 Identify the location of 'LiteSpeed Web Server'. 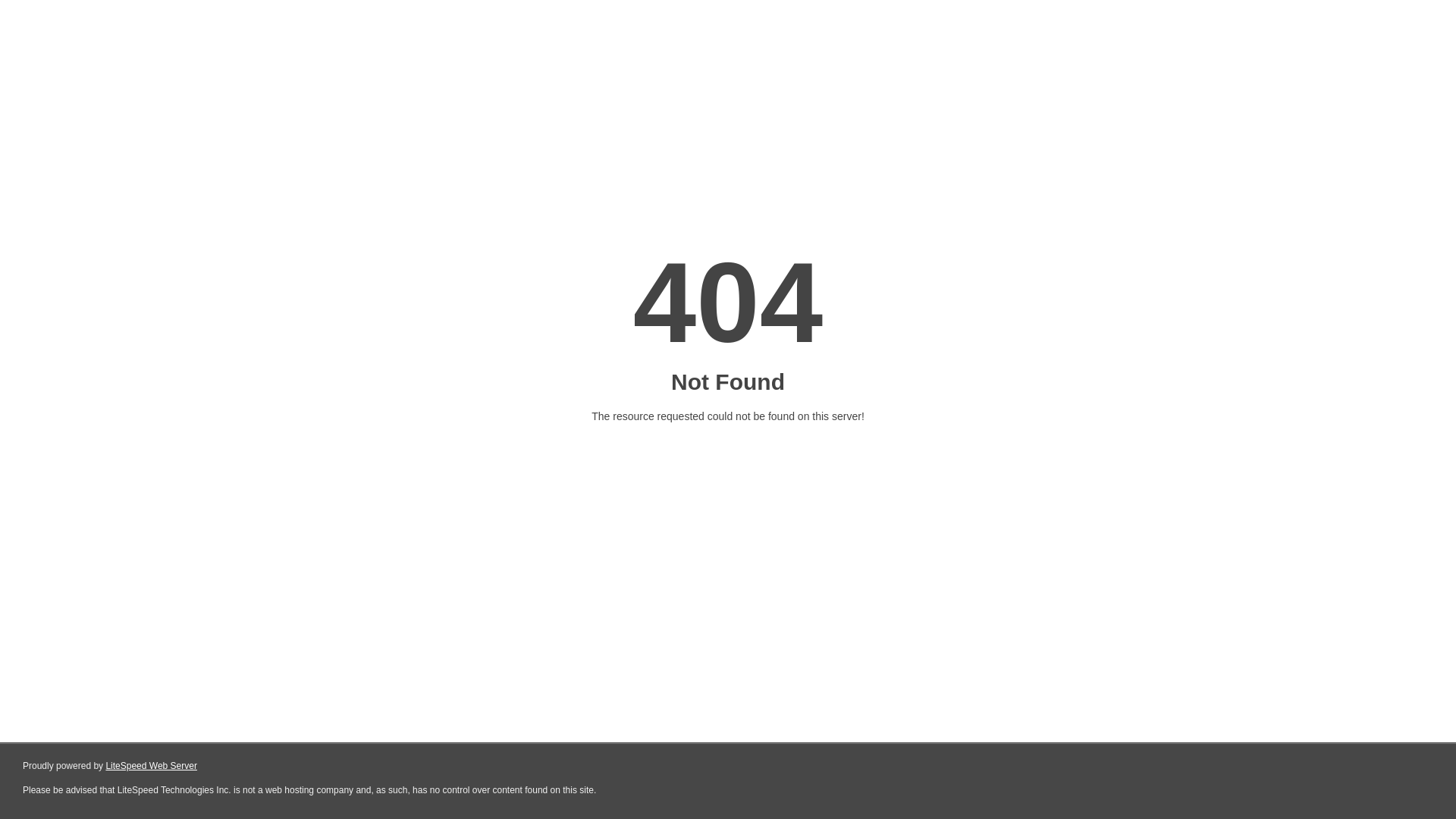
(151, 766).